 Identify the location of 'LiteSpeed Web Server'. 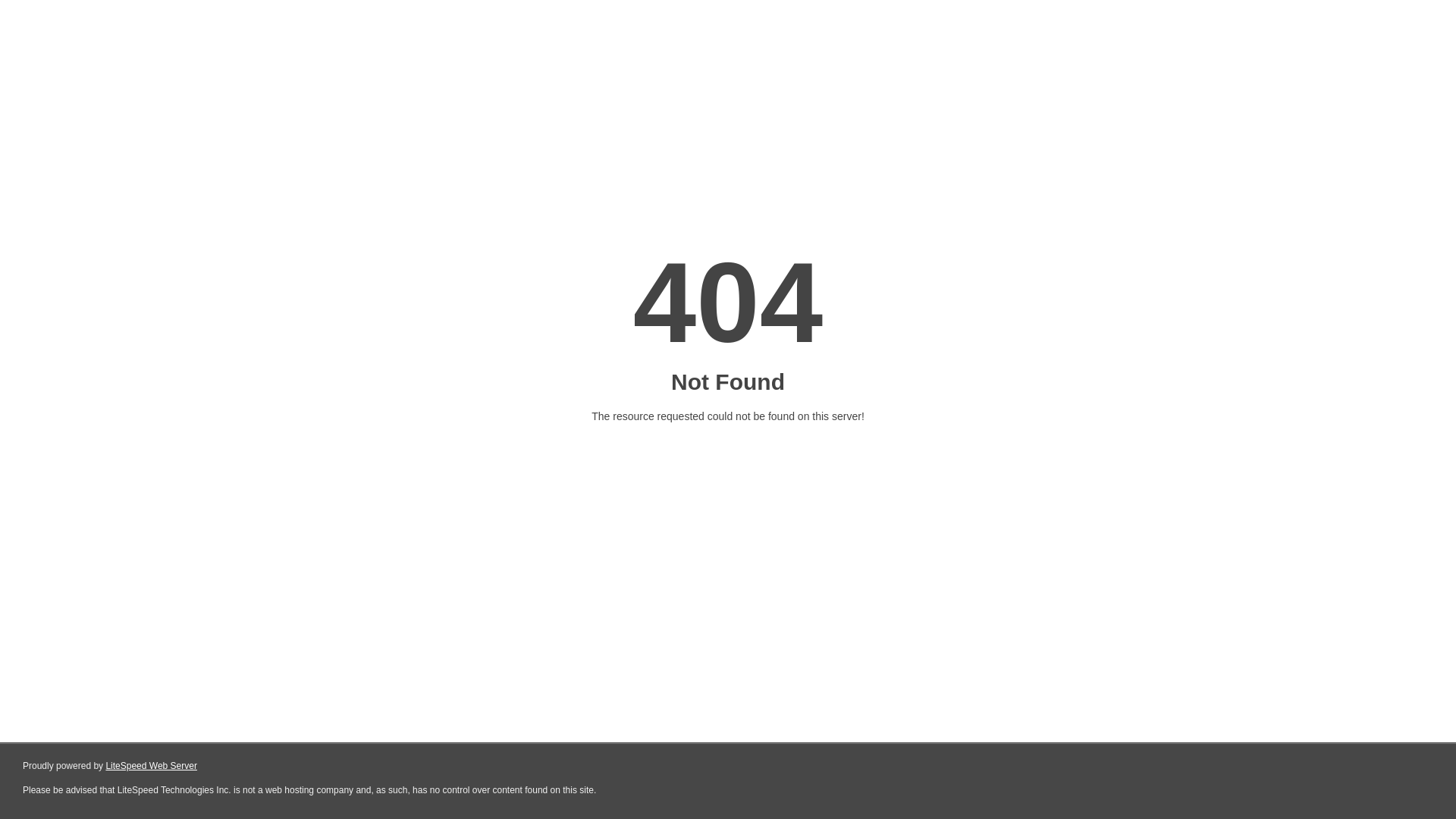
(151, 766).